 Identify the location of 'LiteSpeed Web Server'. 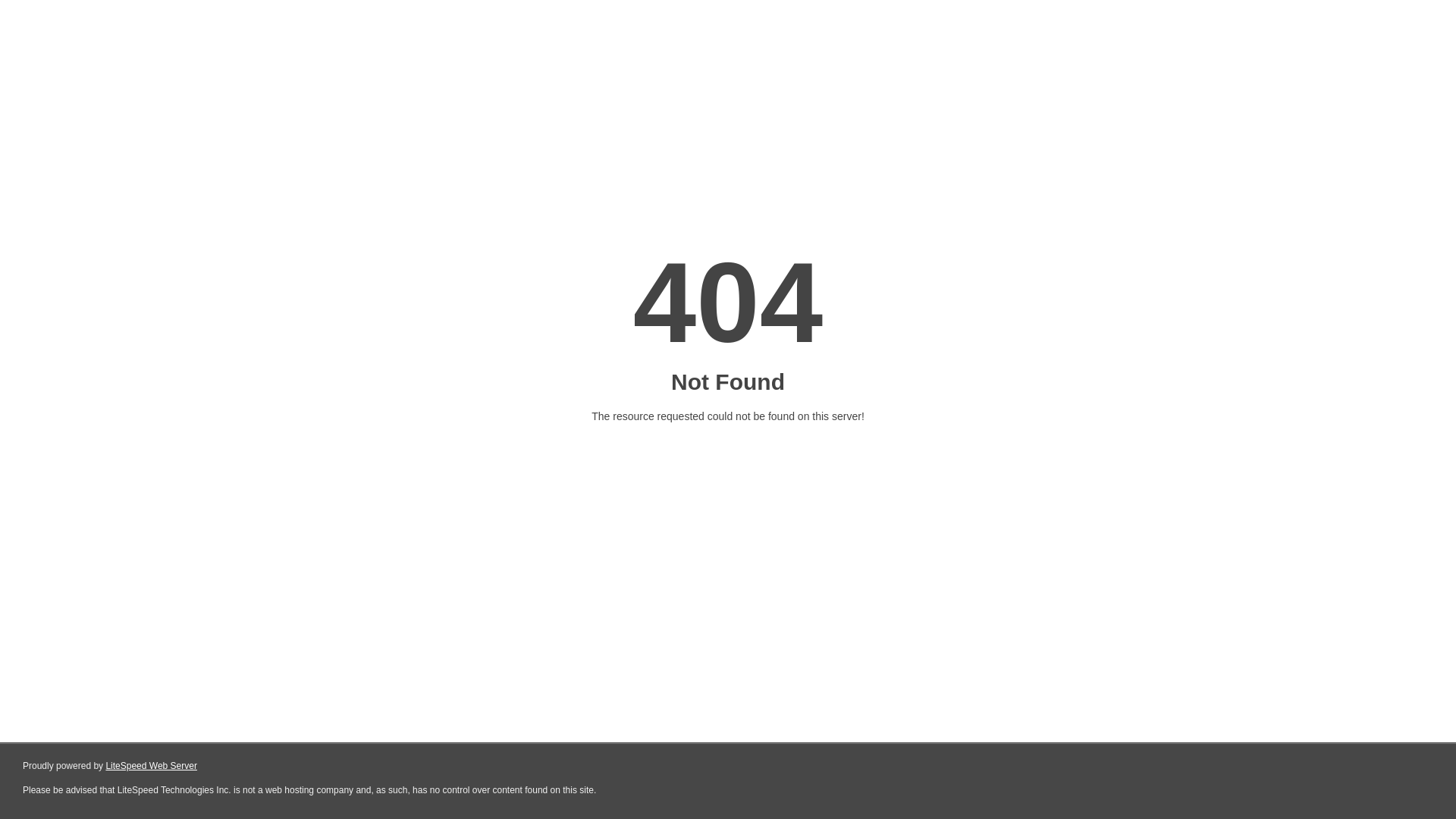
(151, 766).